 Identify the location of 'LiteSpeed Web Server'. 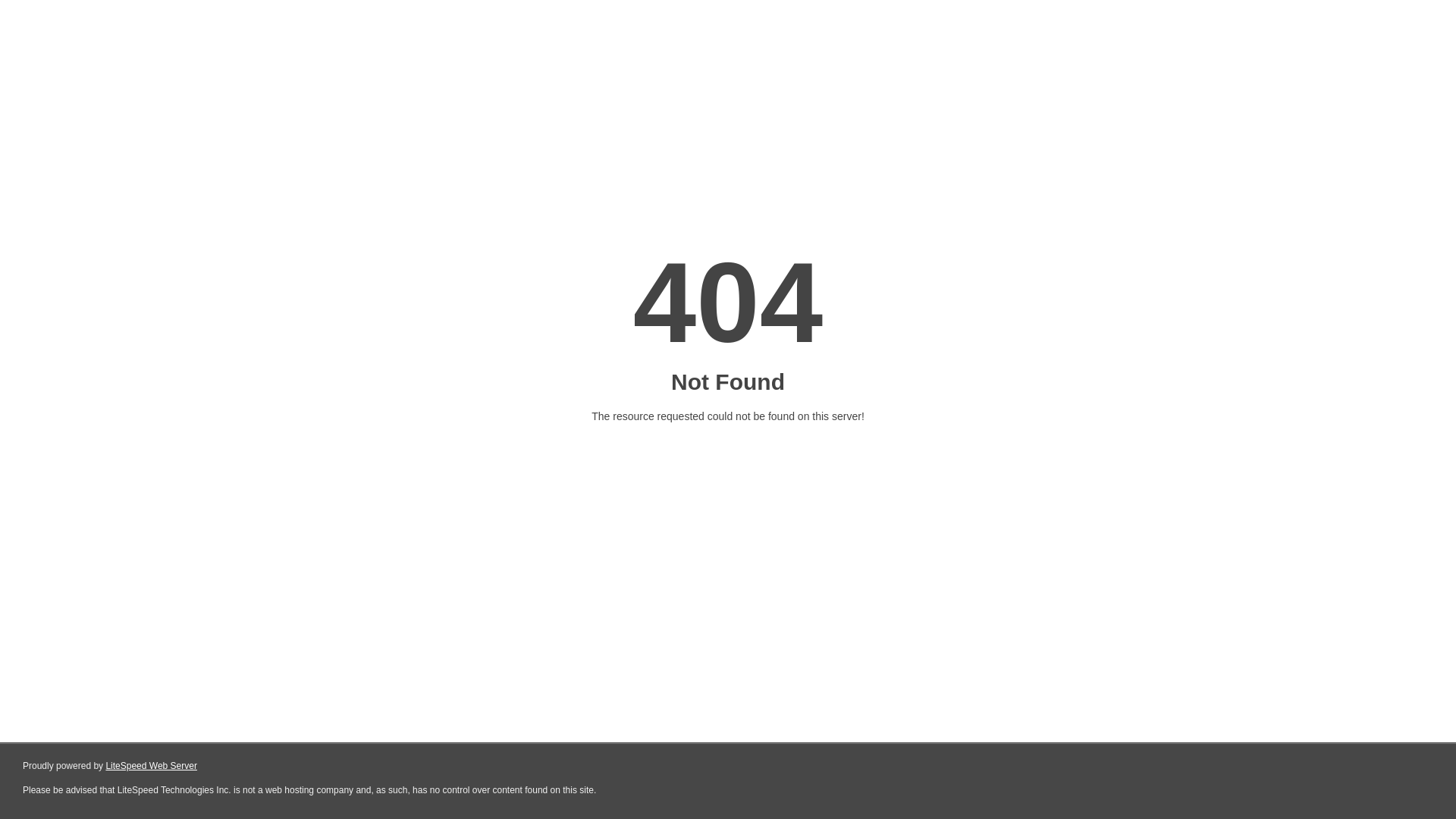
(151, 766).